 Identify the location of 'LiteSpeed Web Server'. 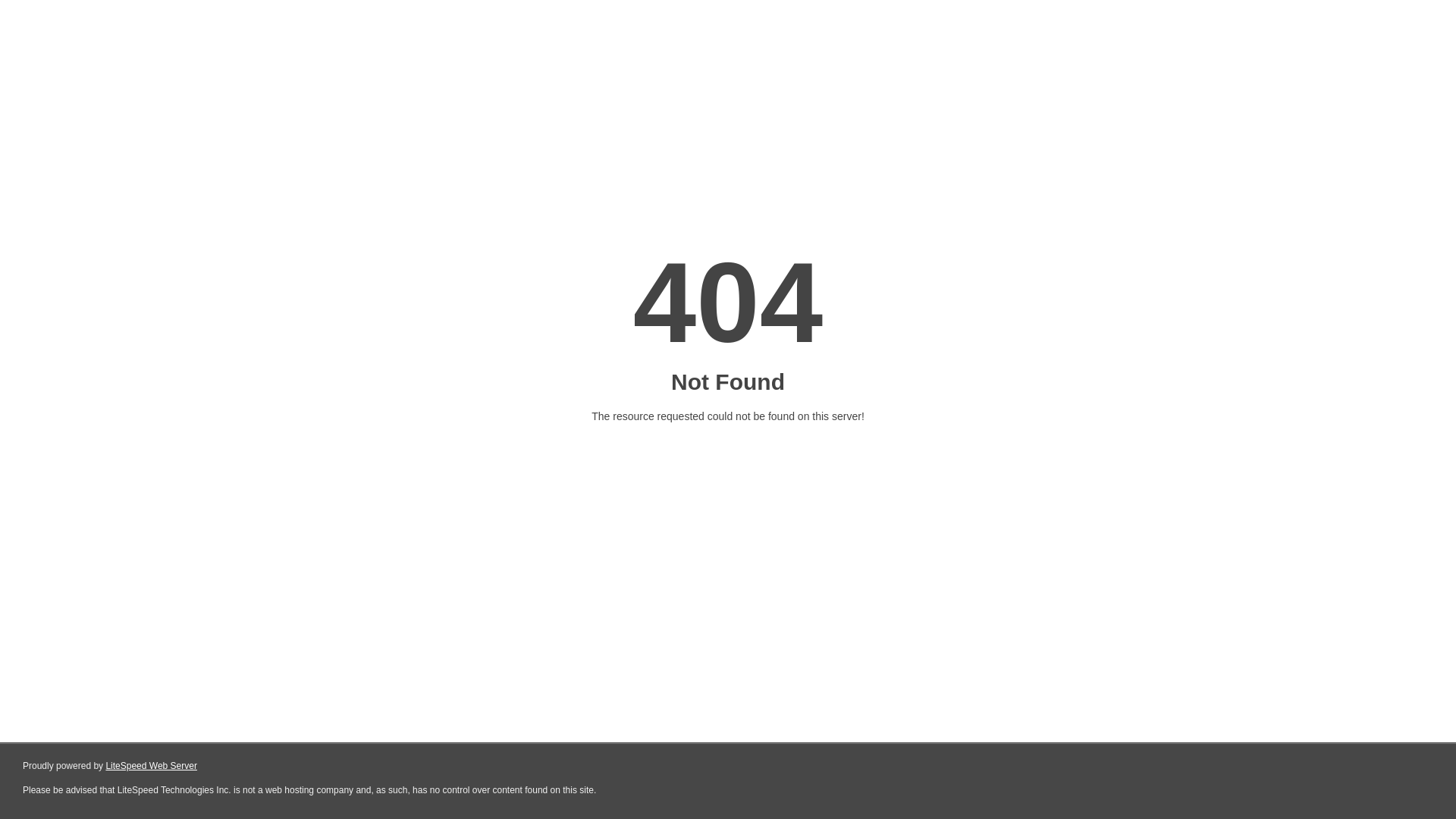
(151, 766).